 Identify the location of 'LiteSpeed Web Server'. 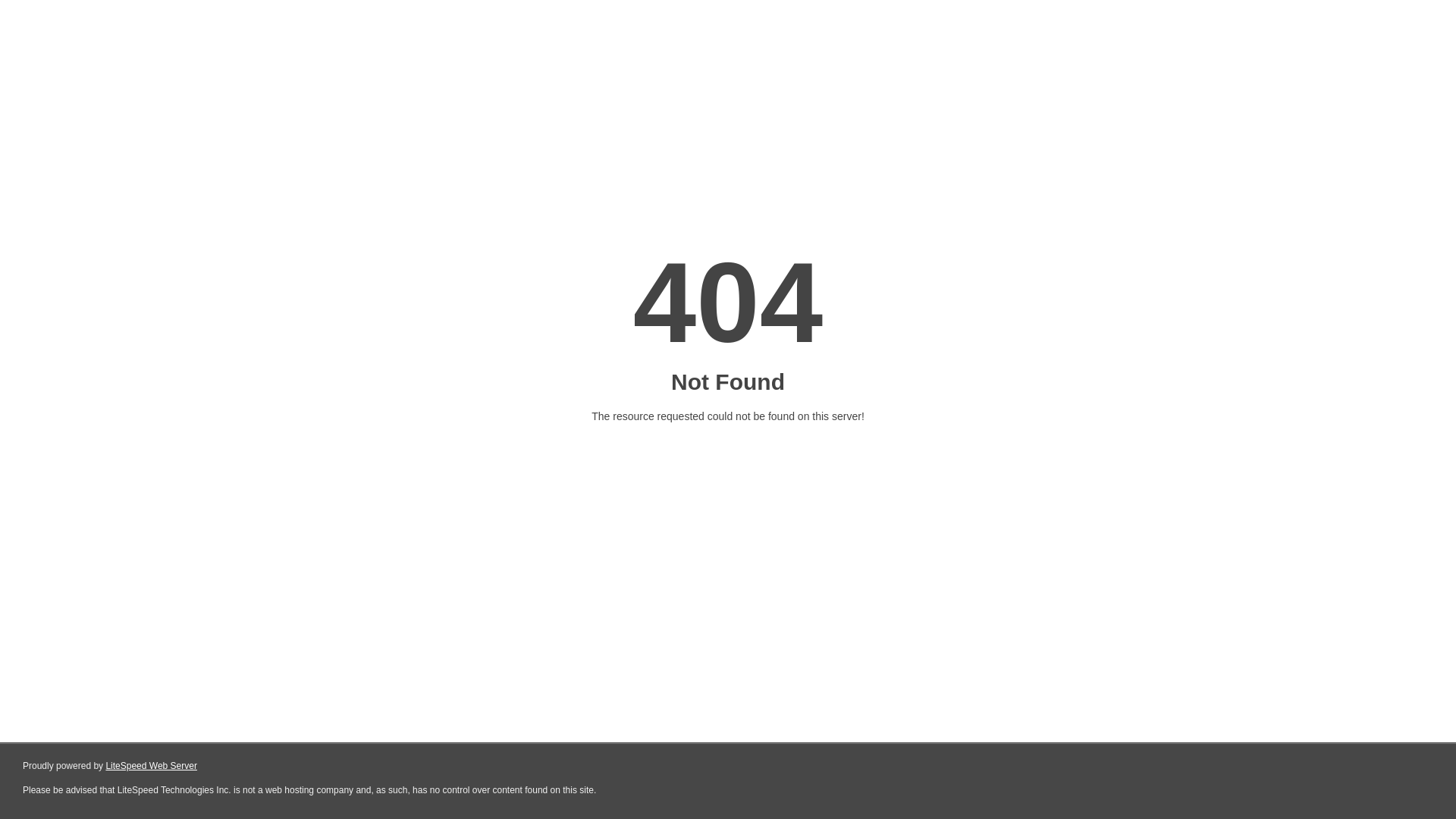
(151, 766).